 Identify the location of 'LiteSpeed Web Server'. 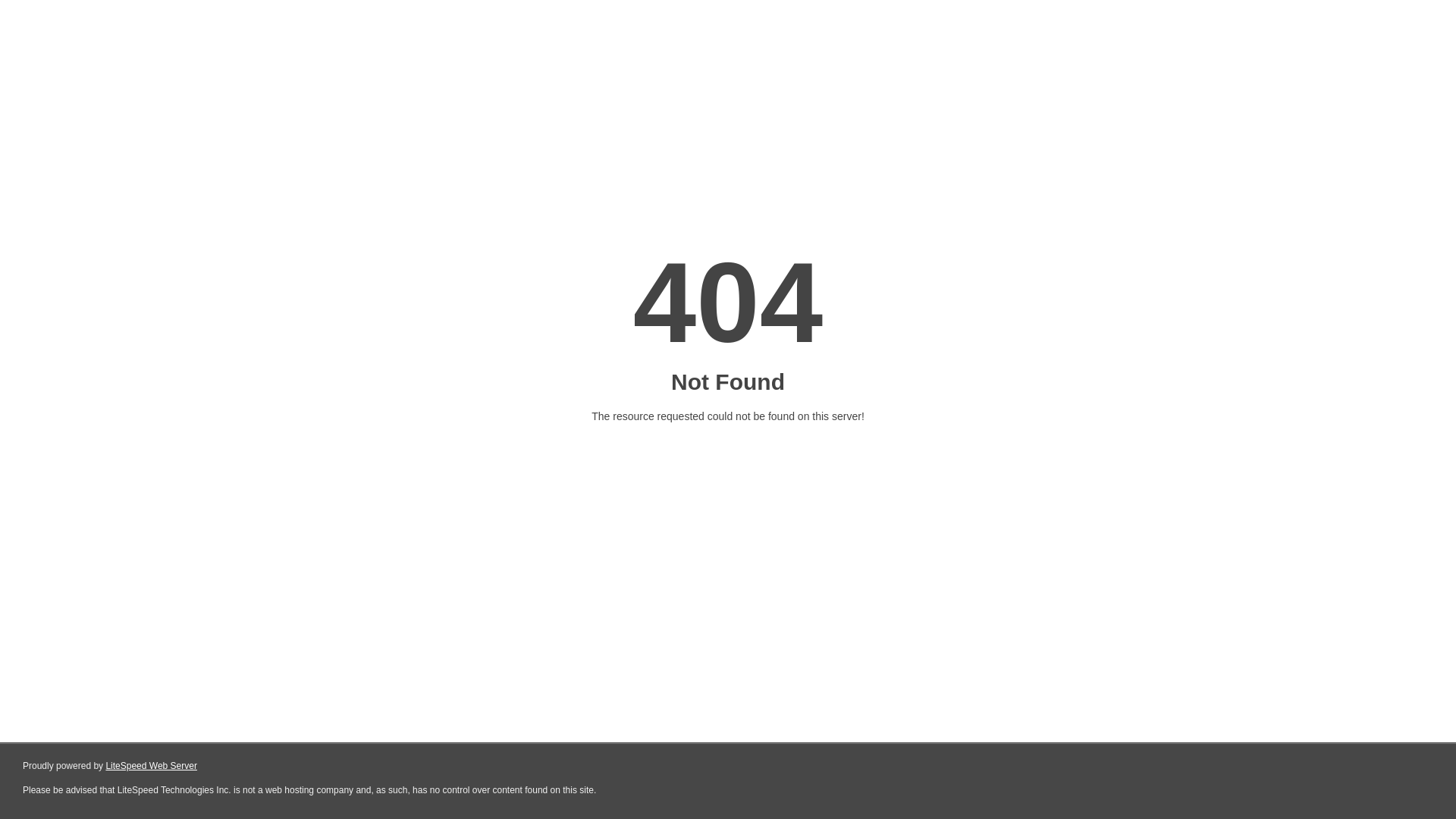
(151, 766).